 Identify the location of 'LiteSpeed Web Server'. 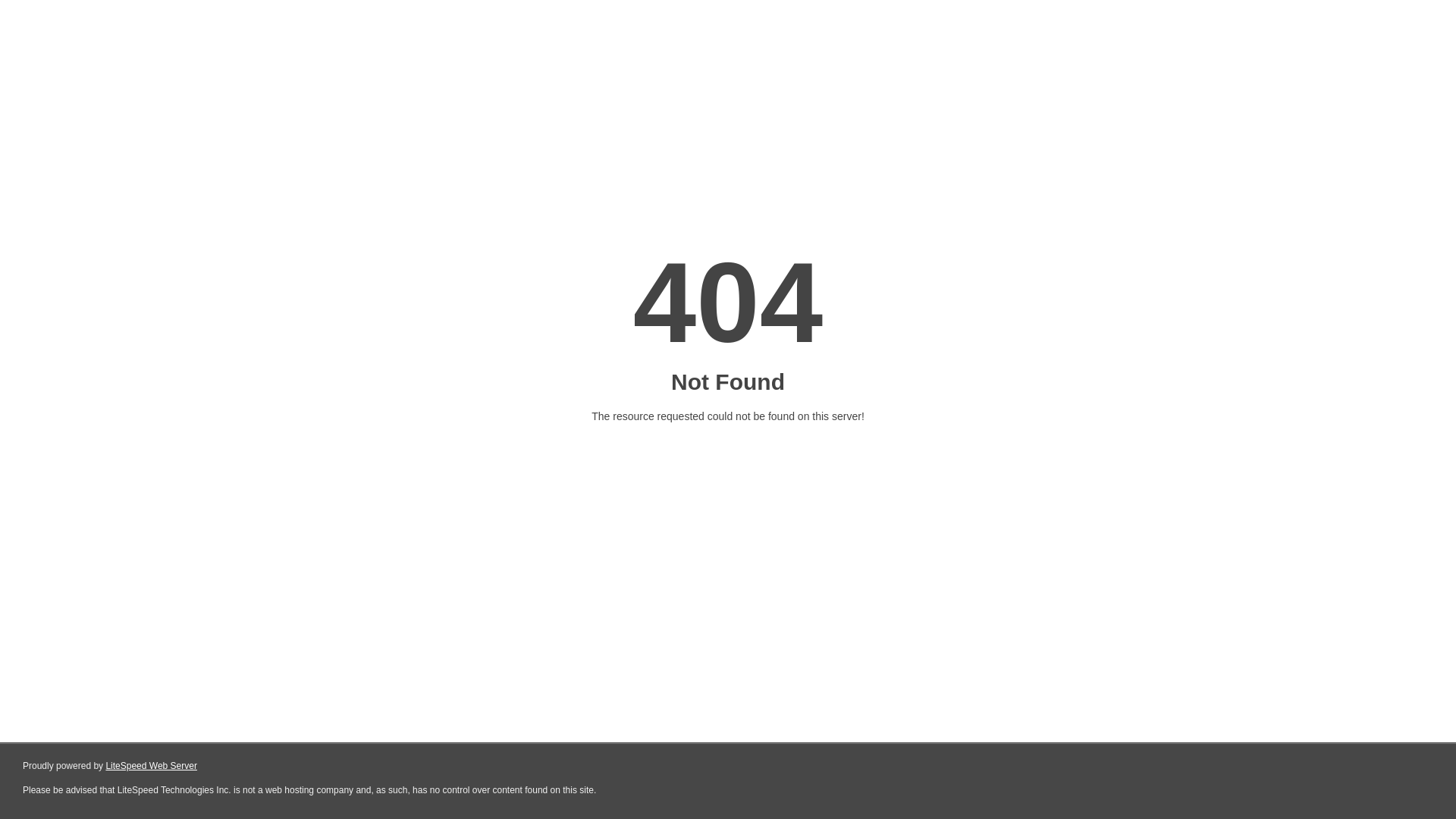
(151, 766).